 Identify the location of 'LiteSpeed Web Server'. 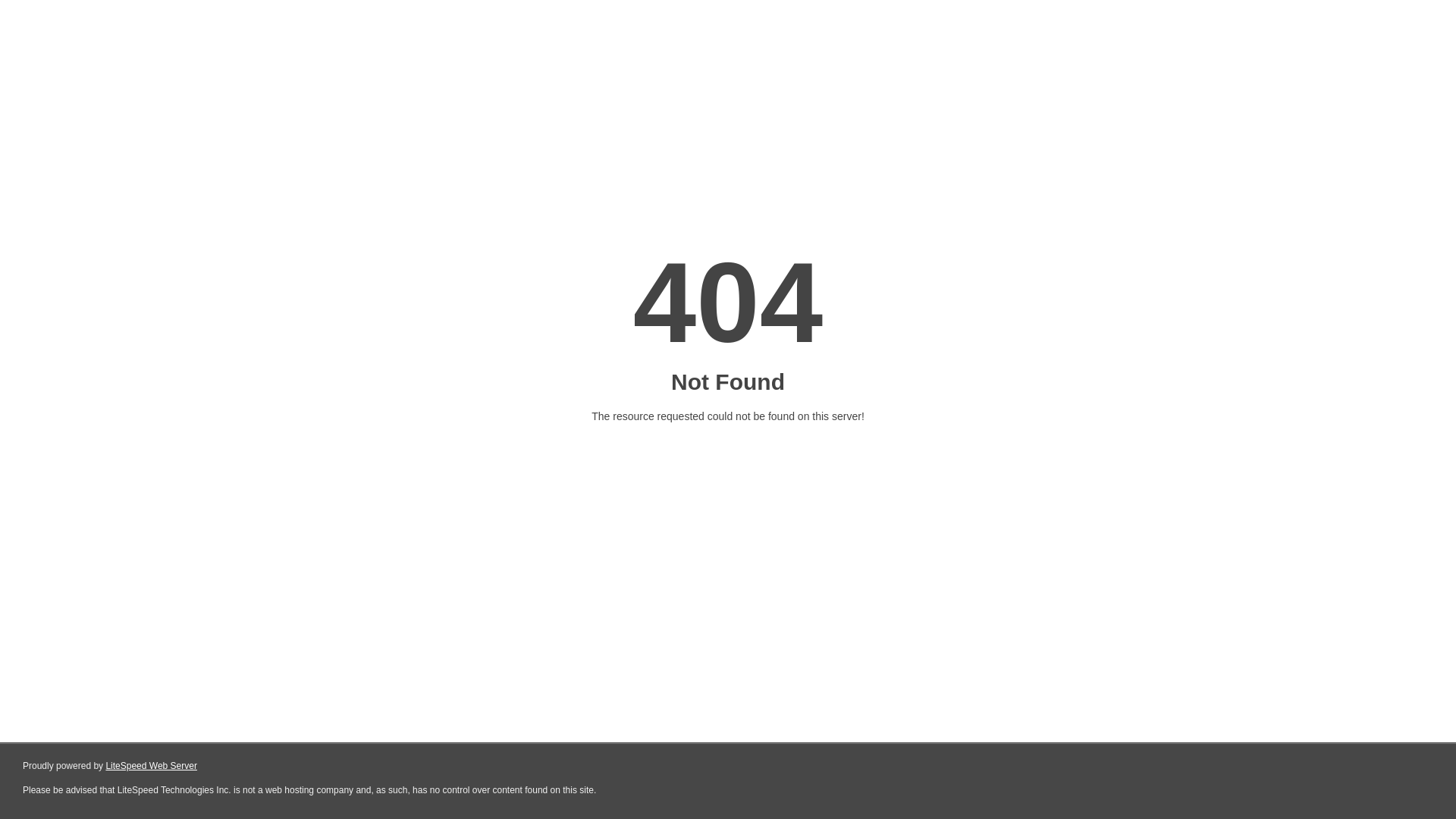
(151, 766).